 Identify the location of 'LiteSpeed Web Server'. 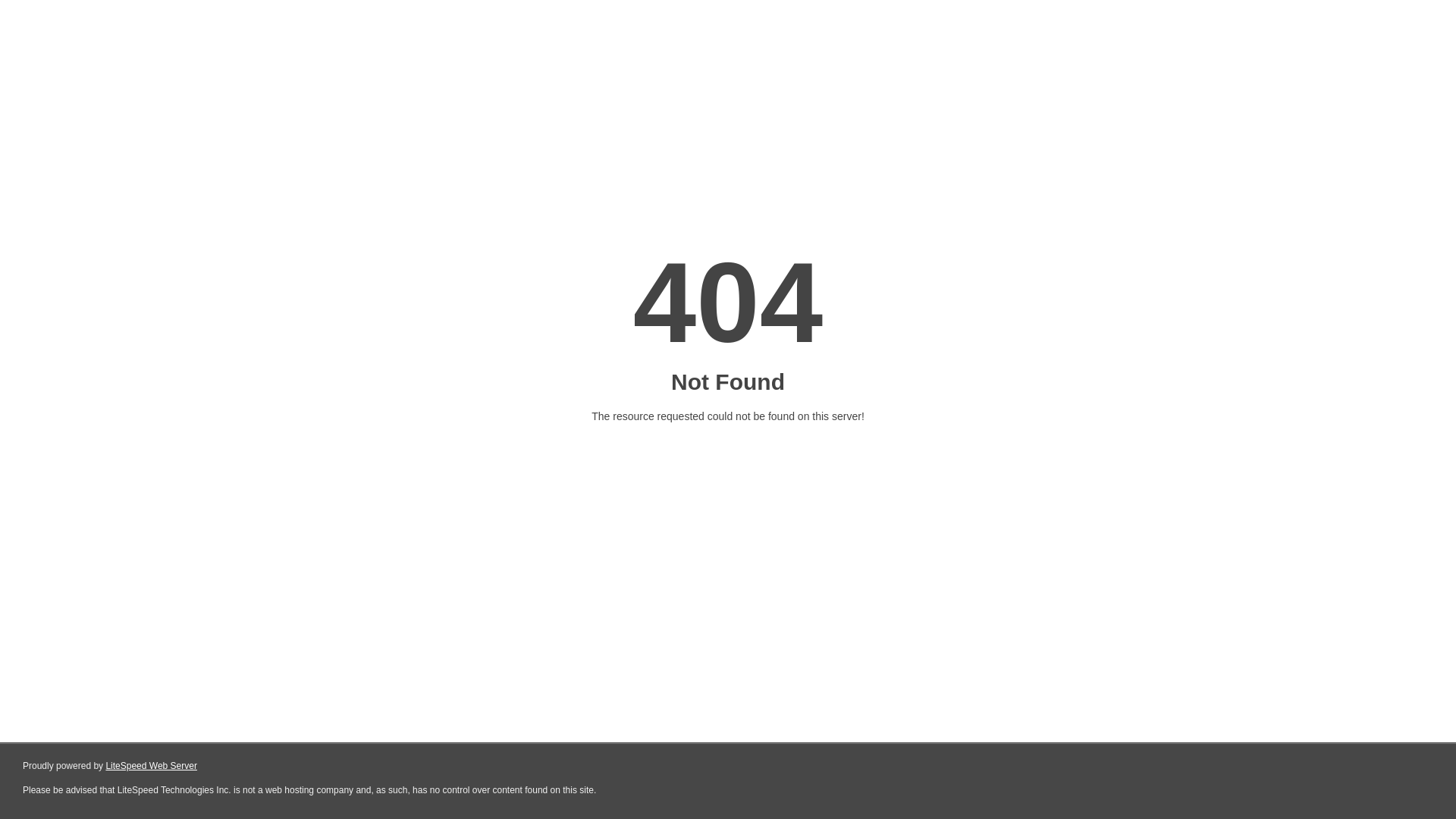
(151, 766).